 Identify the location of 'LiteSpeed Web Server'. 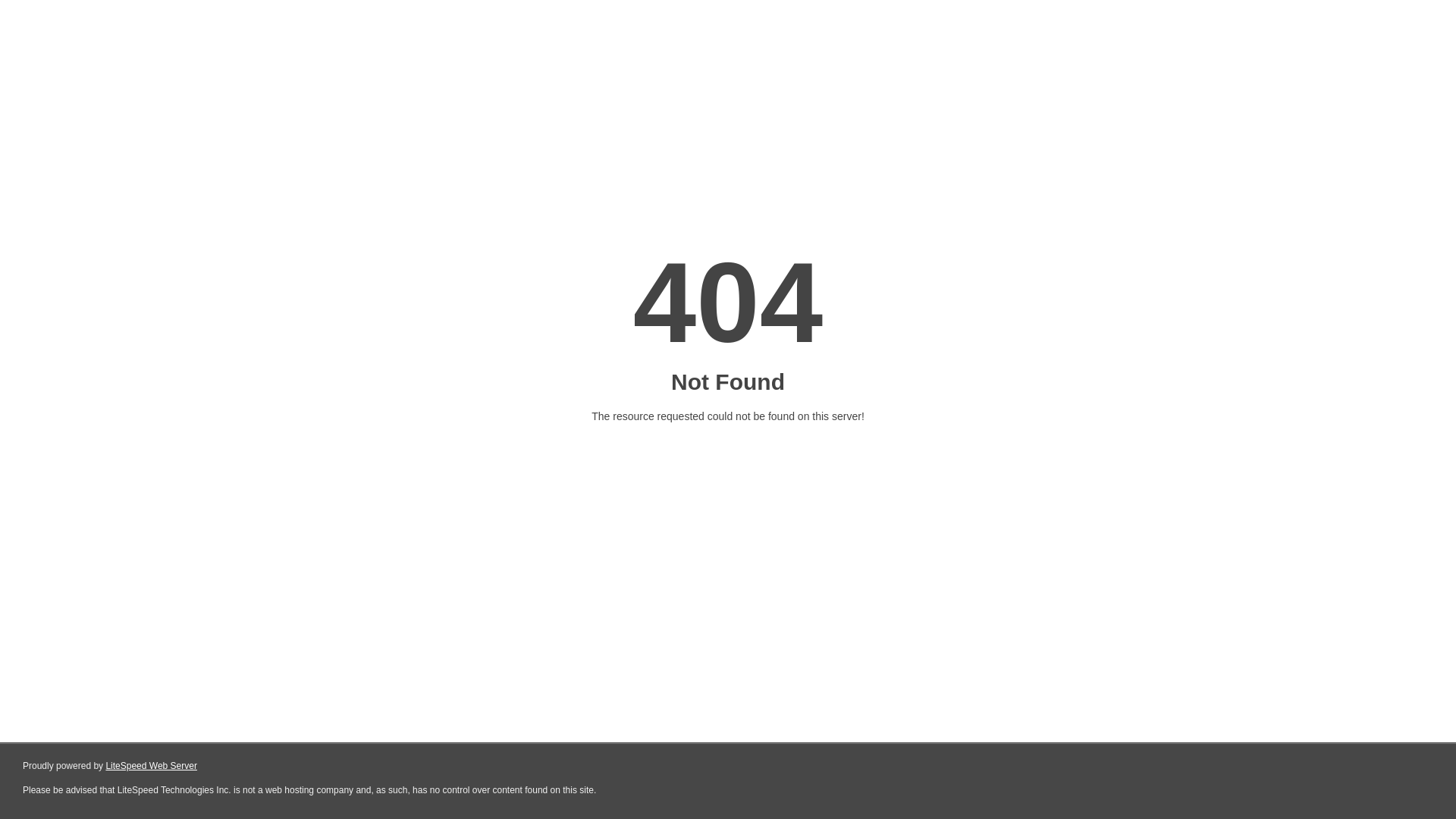
(151, 766).